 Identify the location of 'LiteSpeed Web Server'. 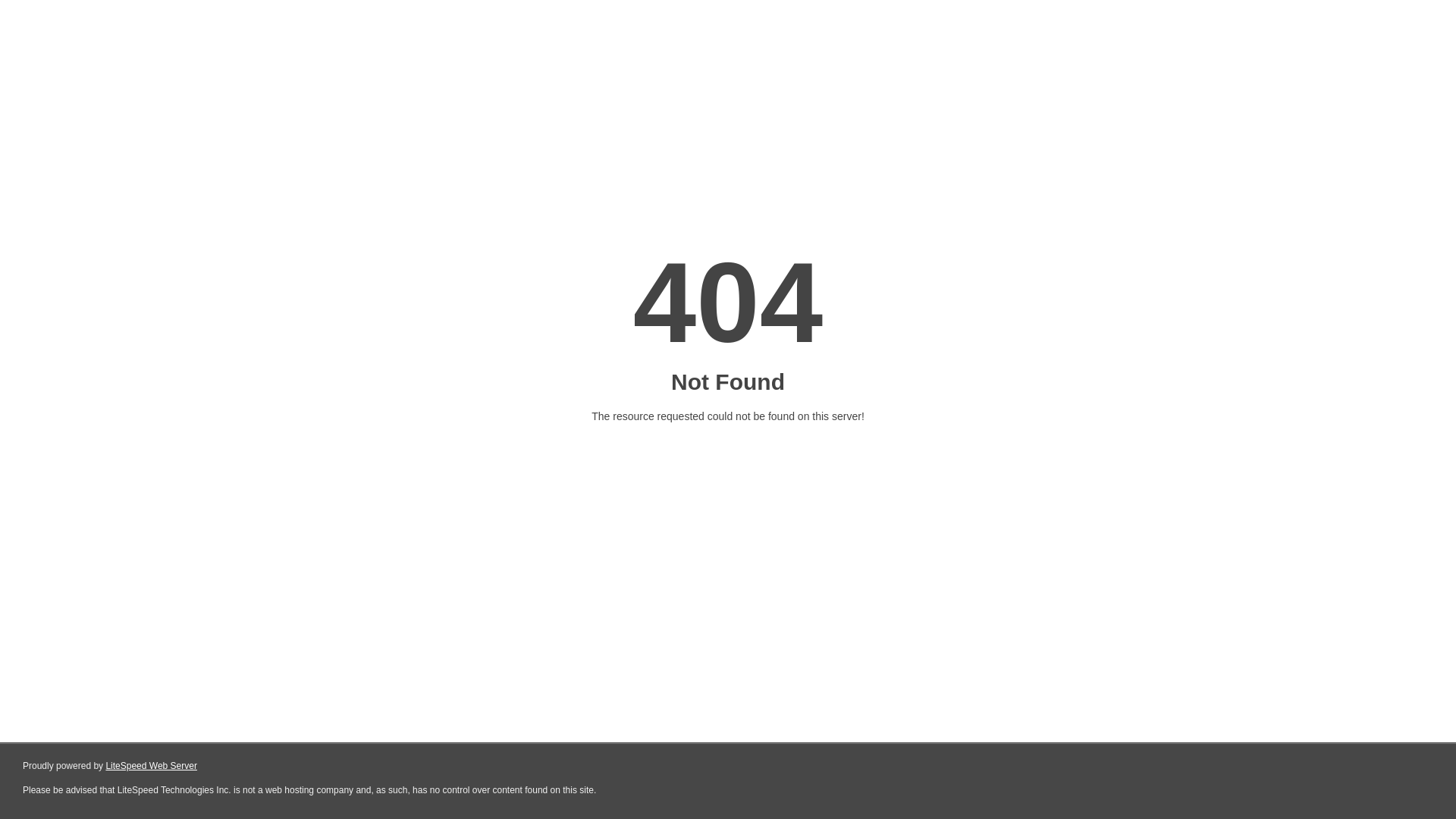
(151, 766).